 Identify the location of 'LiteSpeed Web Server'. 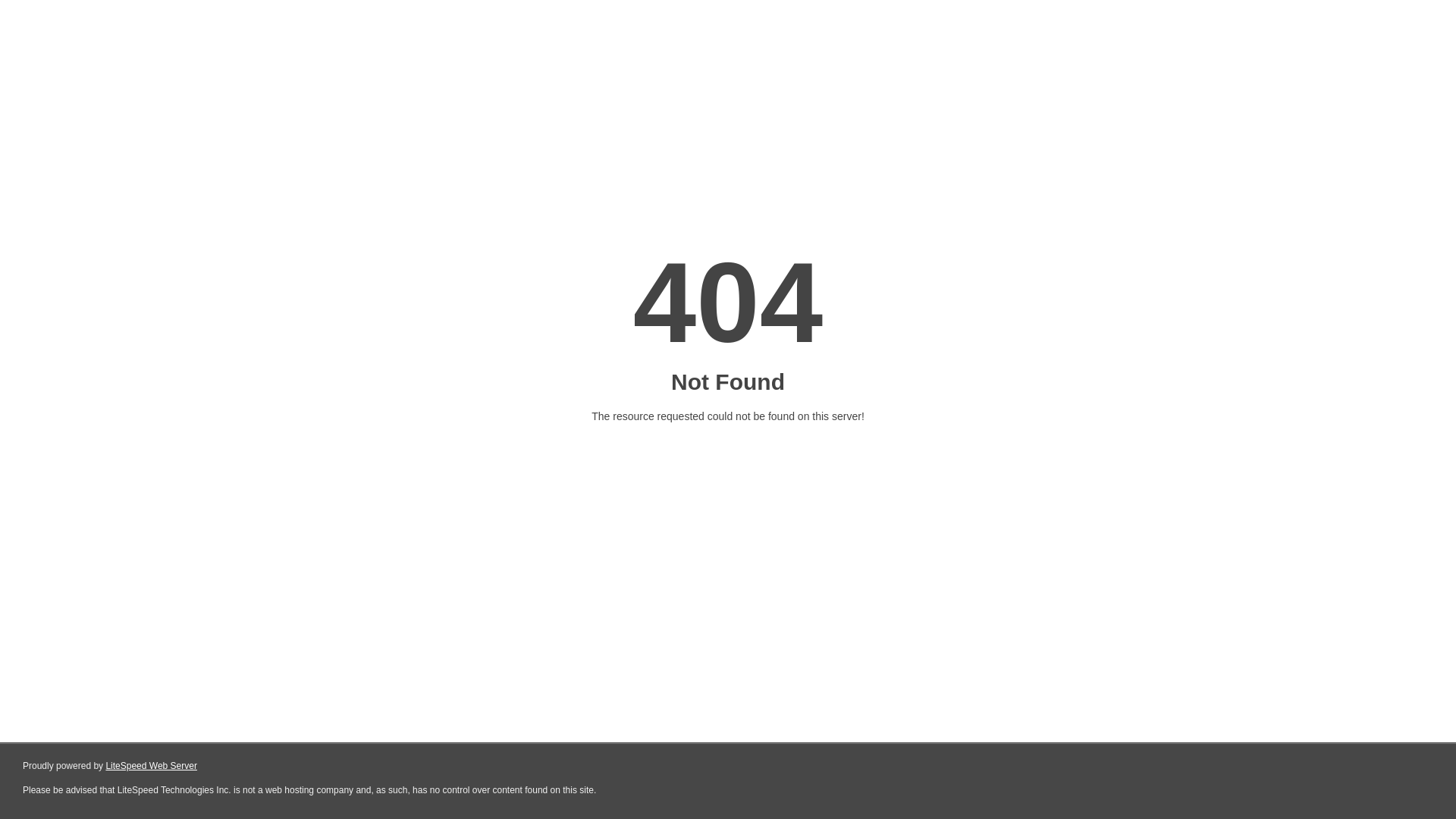
(151, 766).